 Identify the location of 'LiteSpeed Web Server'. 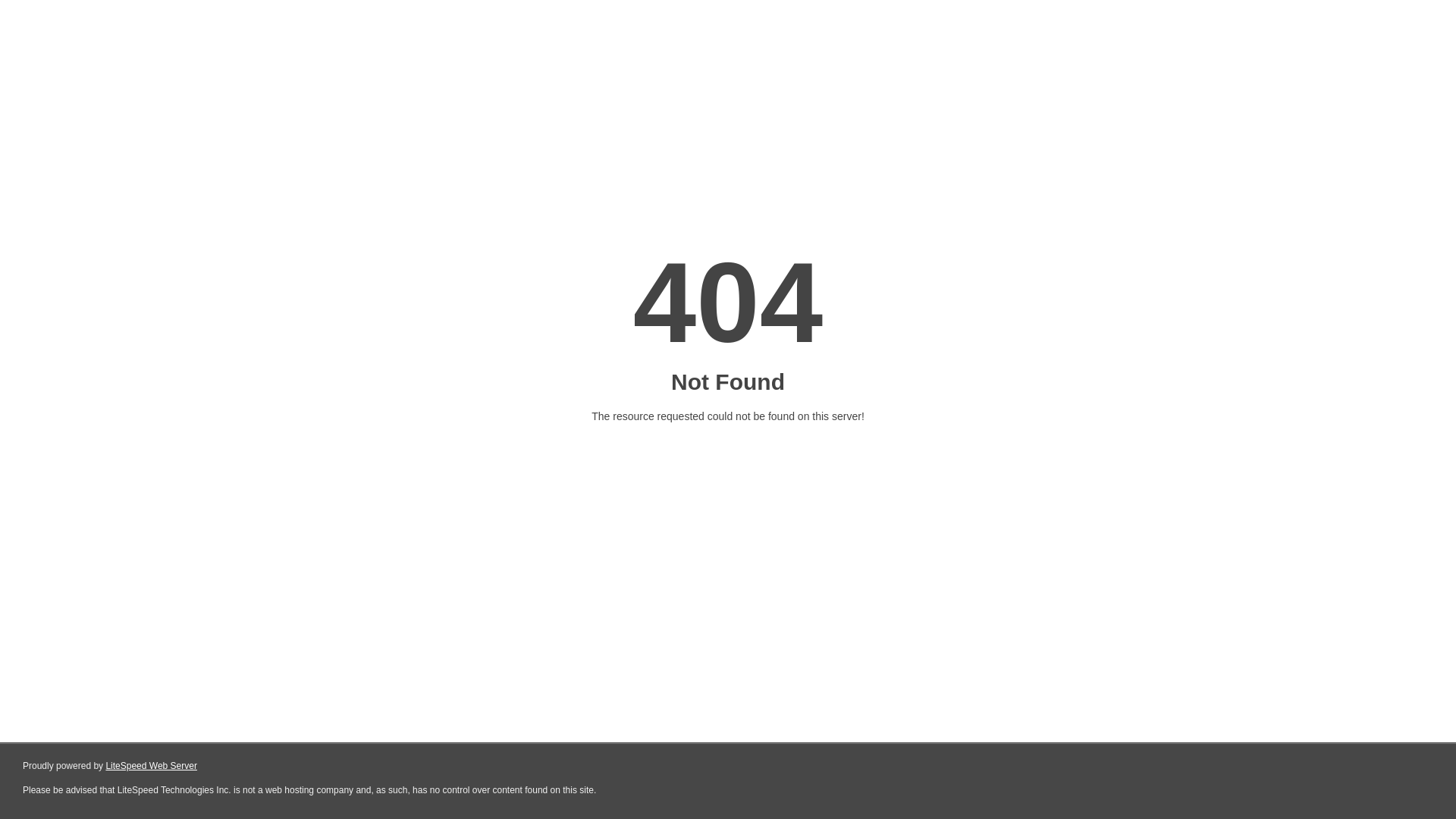
(151, 766).